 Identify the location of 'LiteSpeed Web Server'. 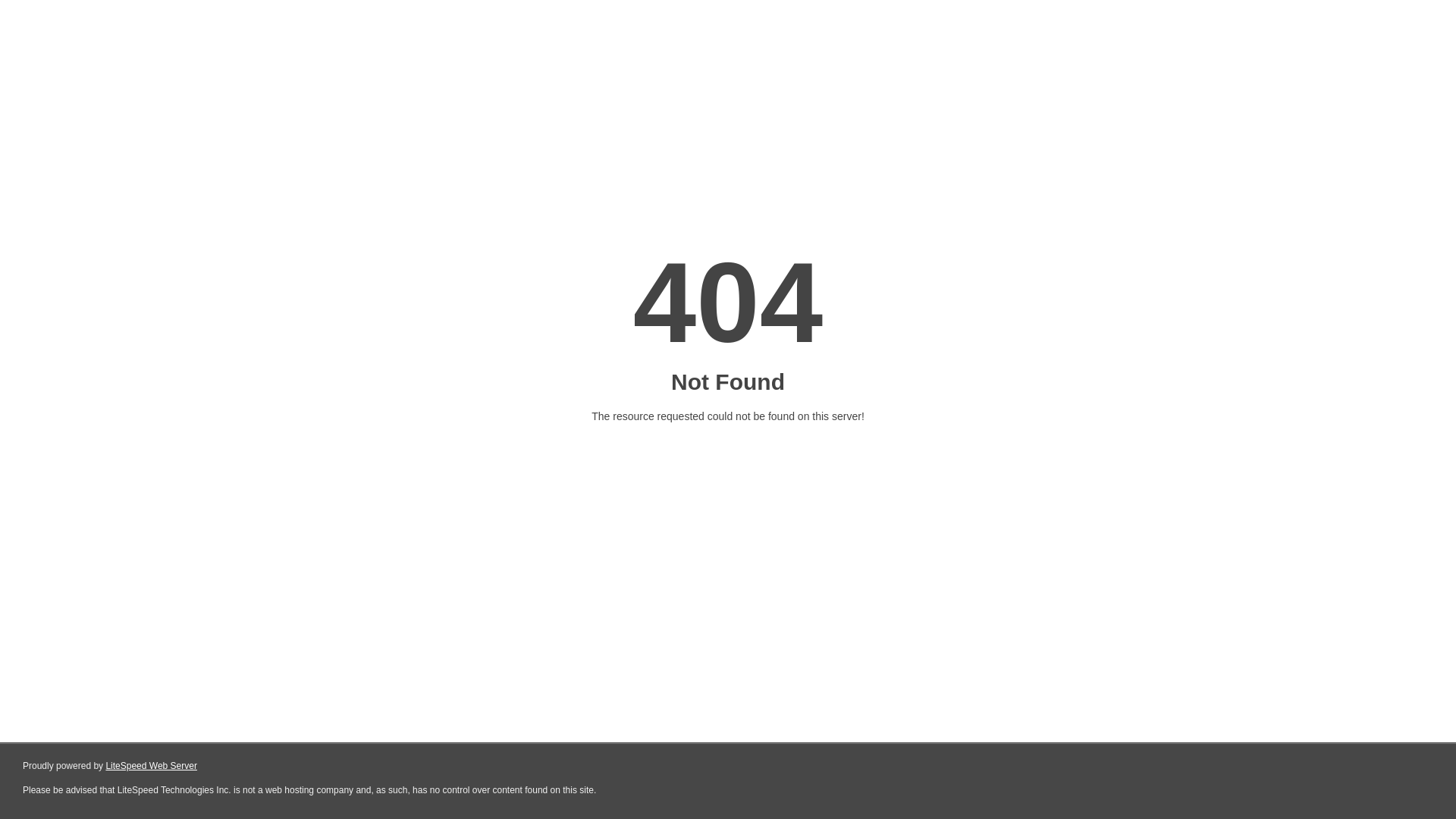
(151, 766).